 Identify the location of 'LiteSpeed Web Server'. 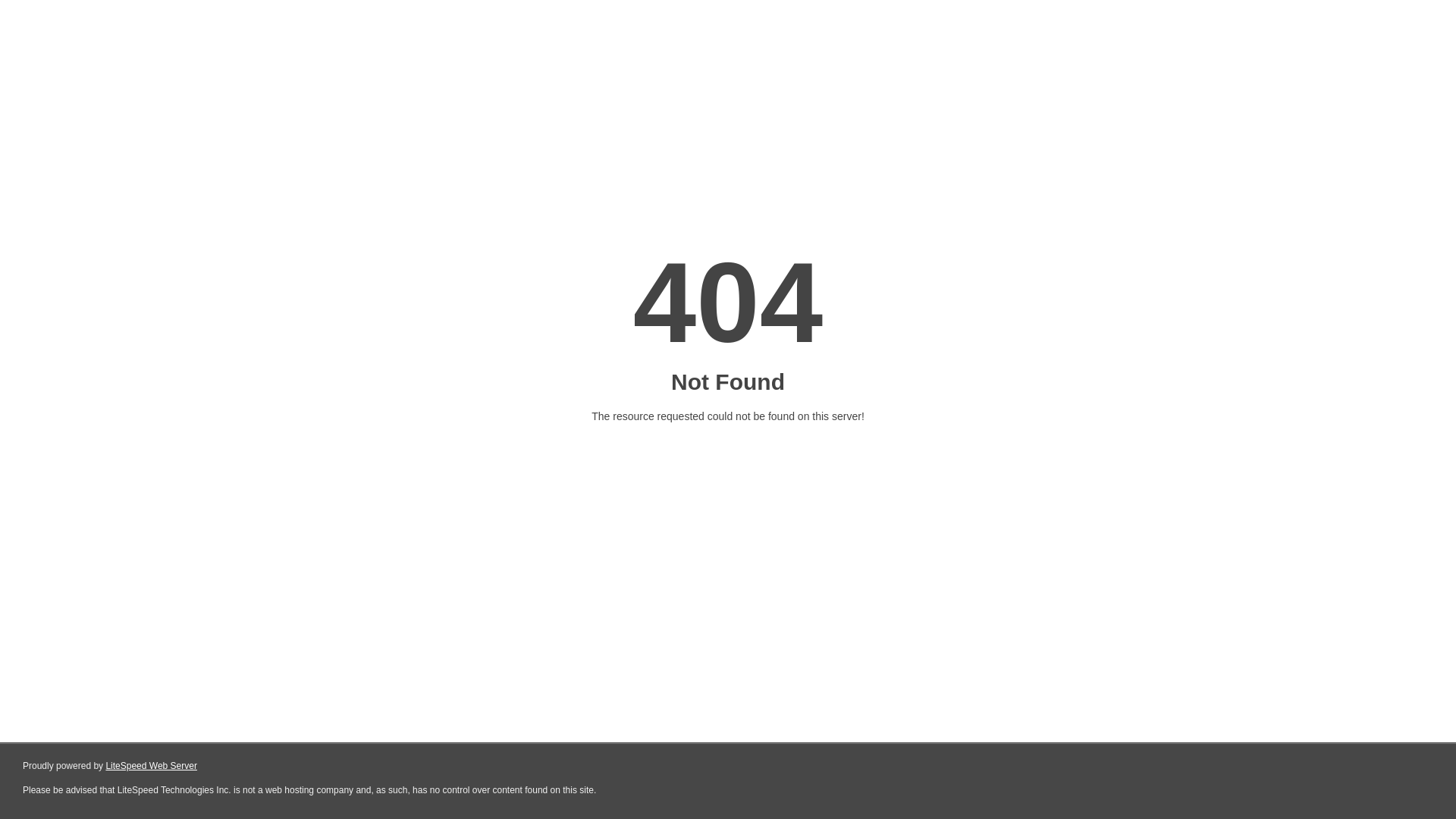
(151, 766).